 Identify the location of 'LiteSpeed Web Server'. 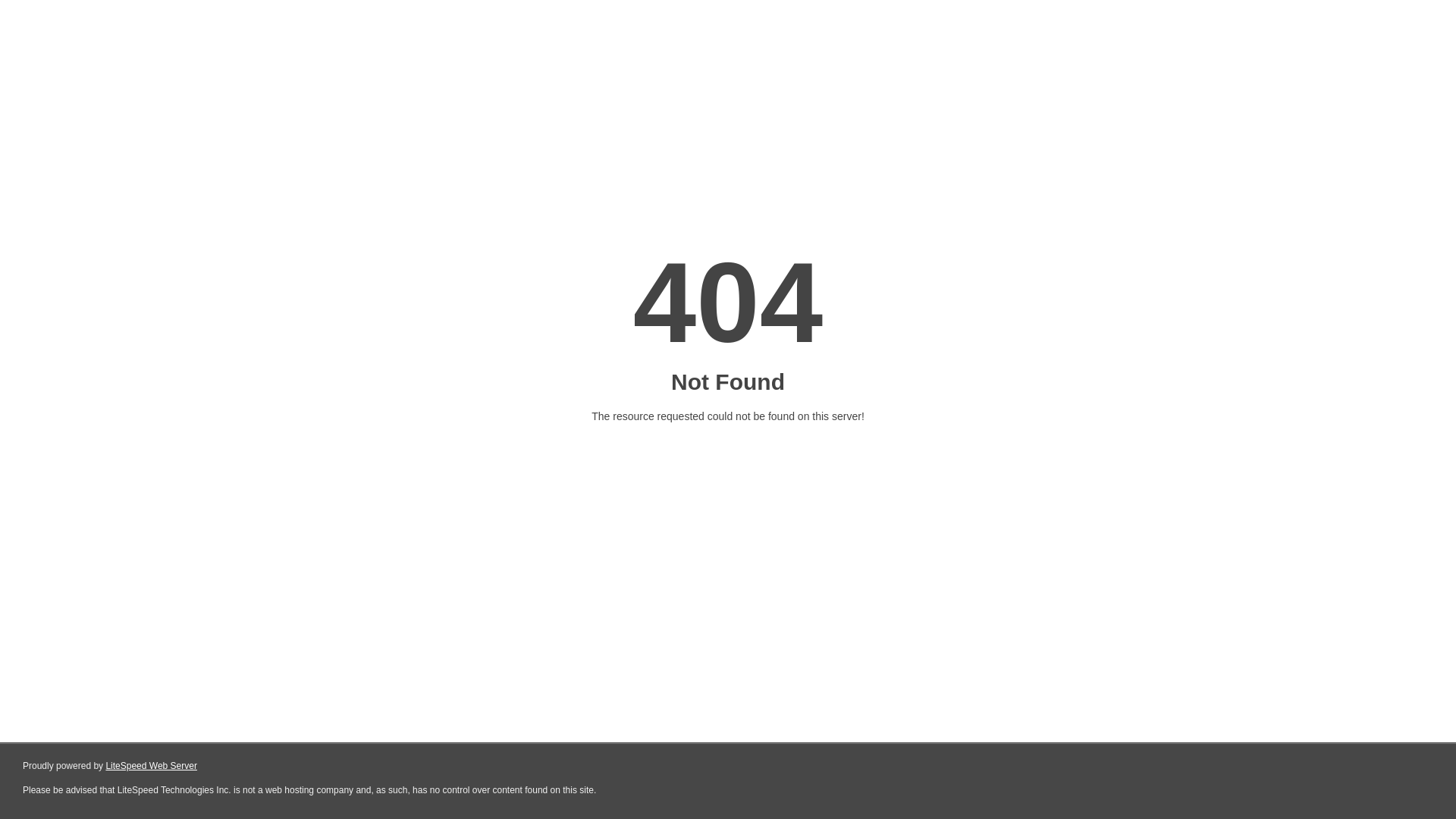
(151, 766).